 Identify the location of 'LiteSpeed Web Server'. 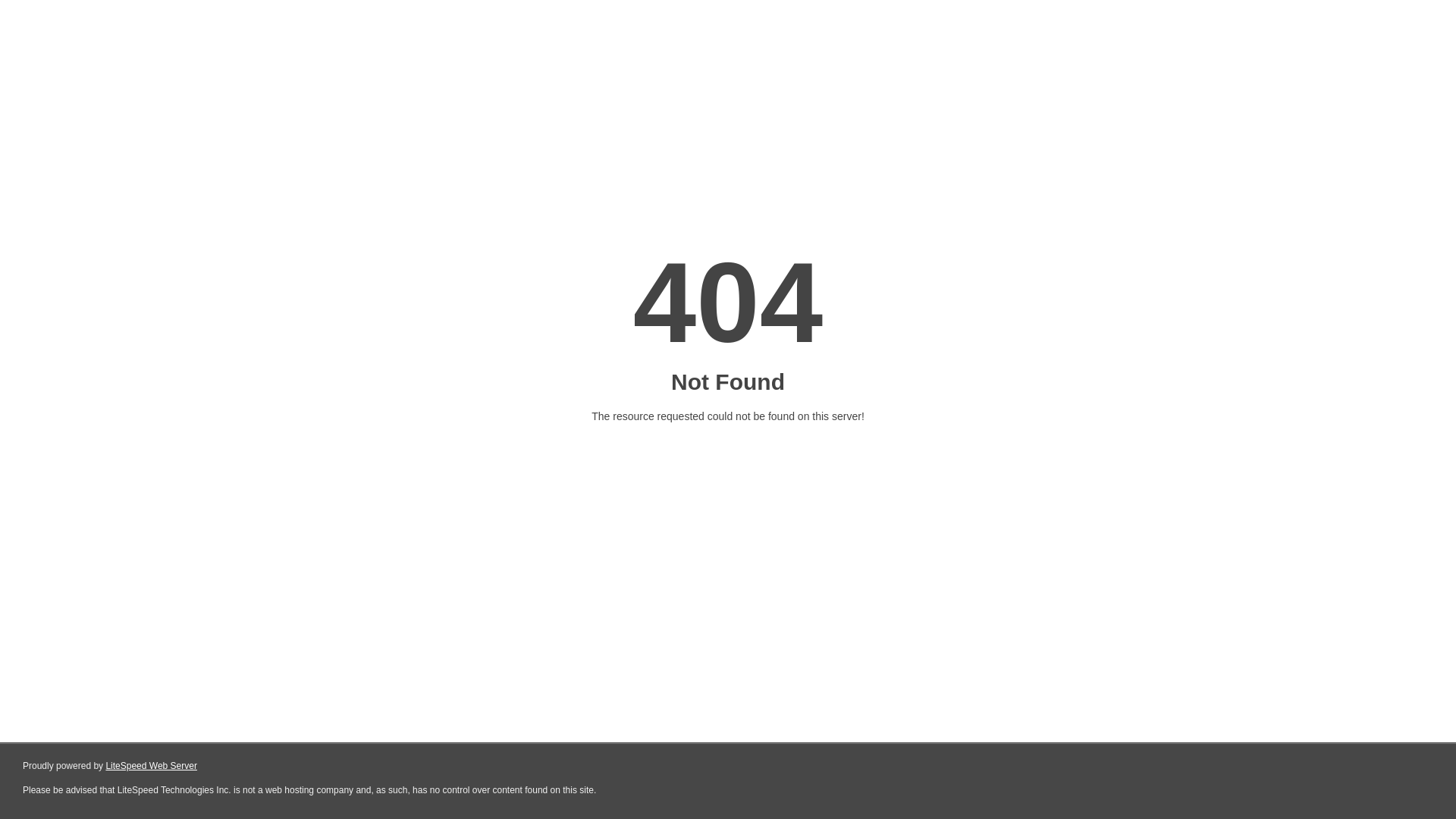
(151, 766).